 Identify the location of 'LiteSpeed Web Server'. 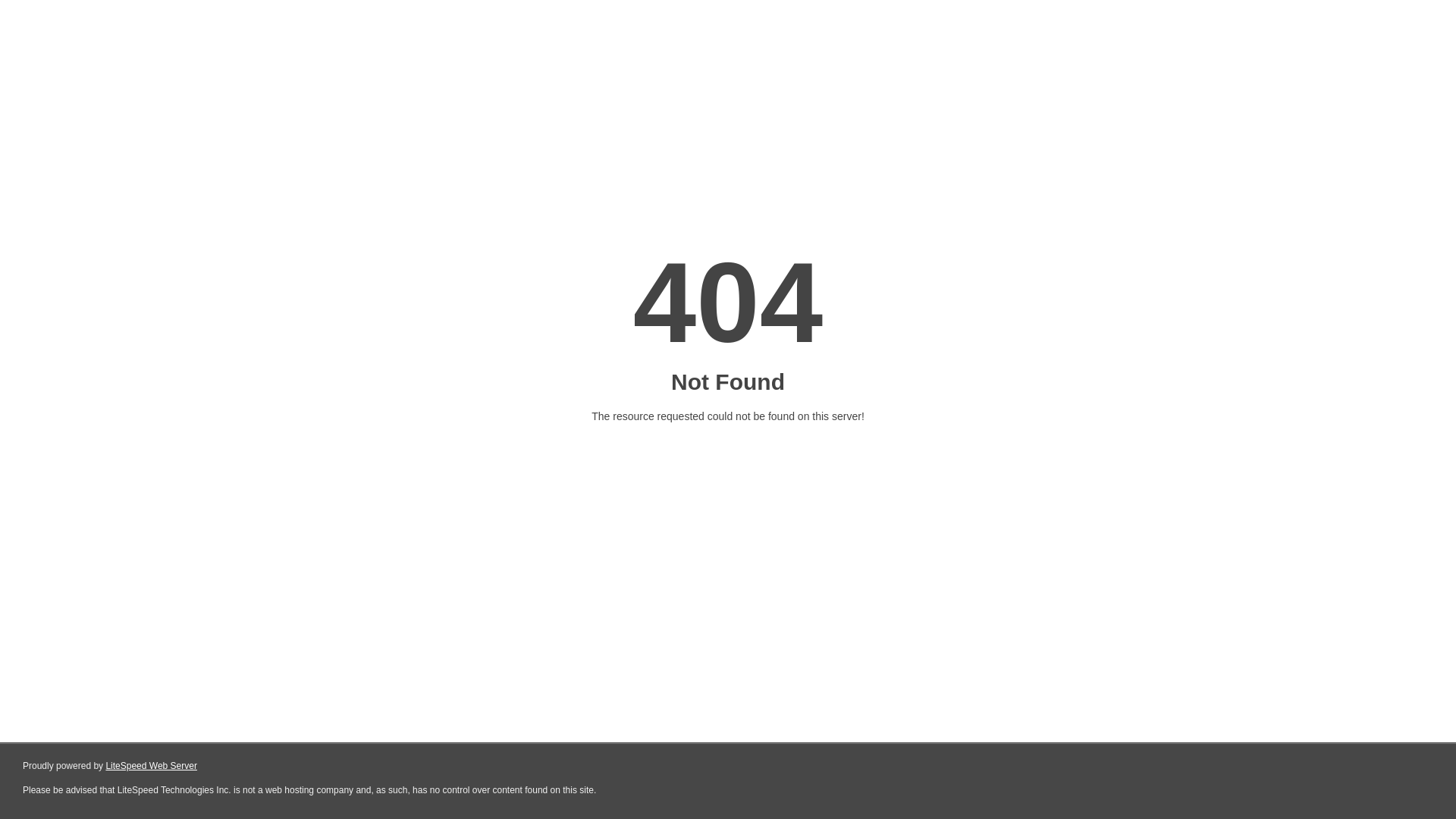
(151, 766).